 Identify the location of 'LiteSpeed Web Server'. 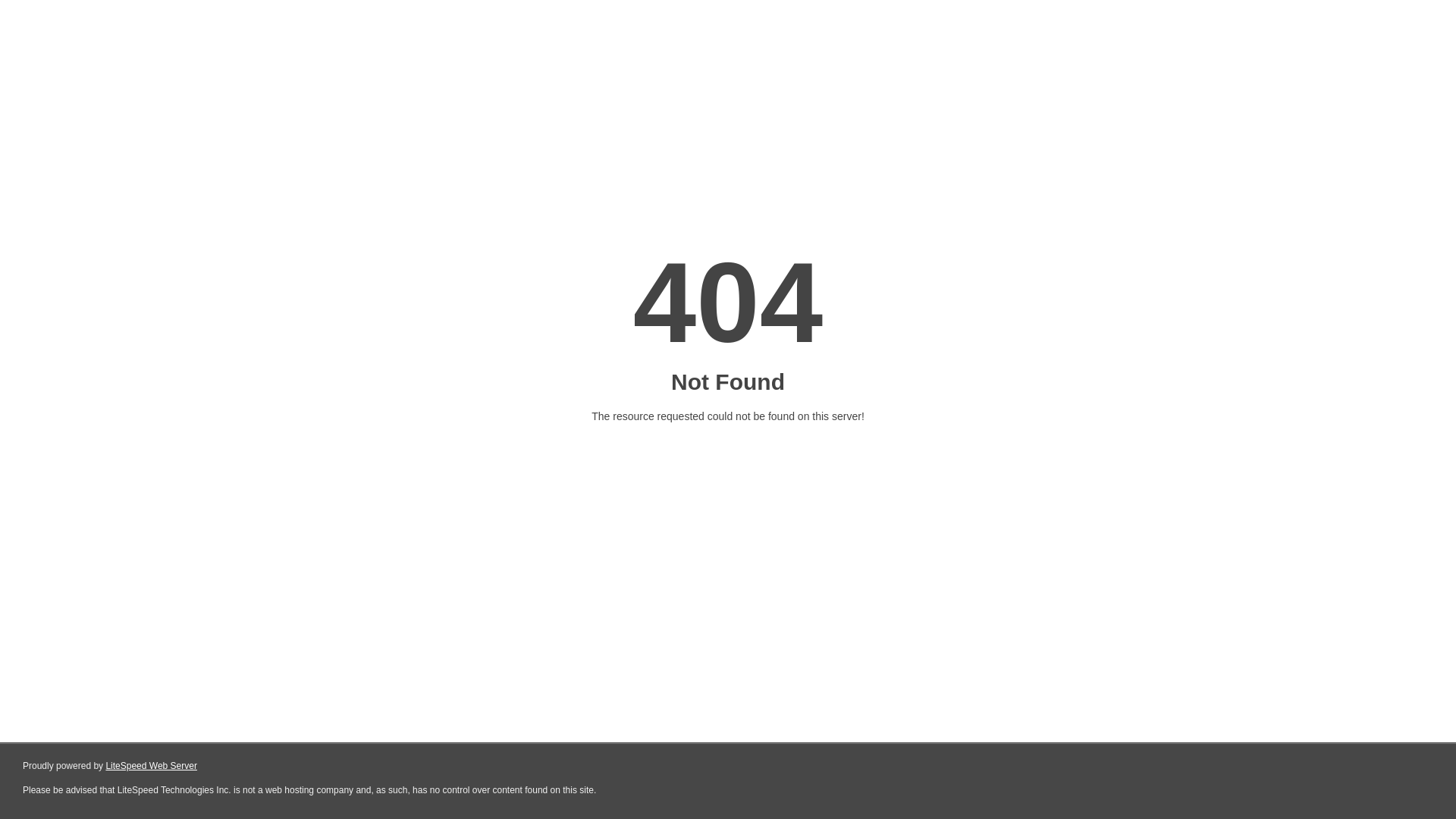
(151, 766).